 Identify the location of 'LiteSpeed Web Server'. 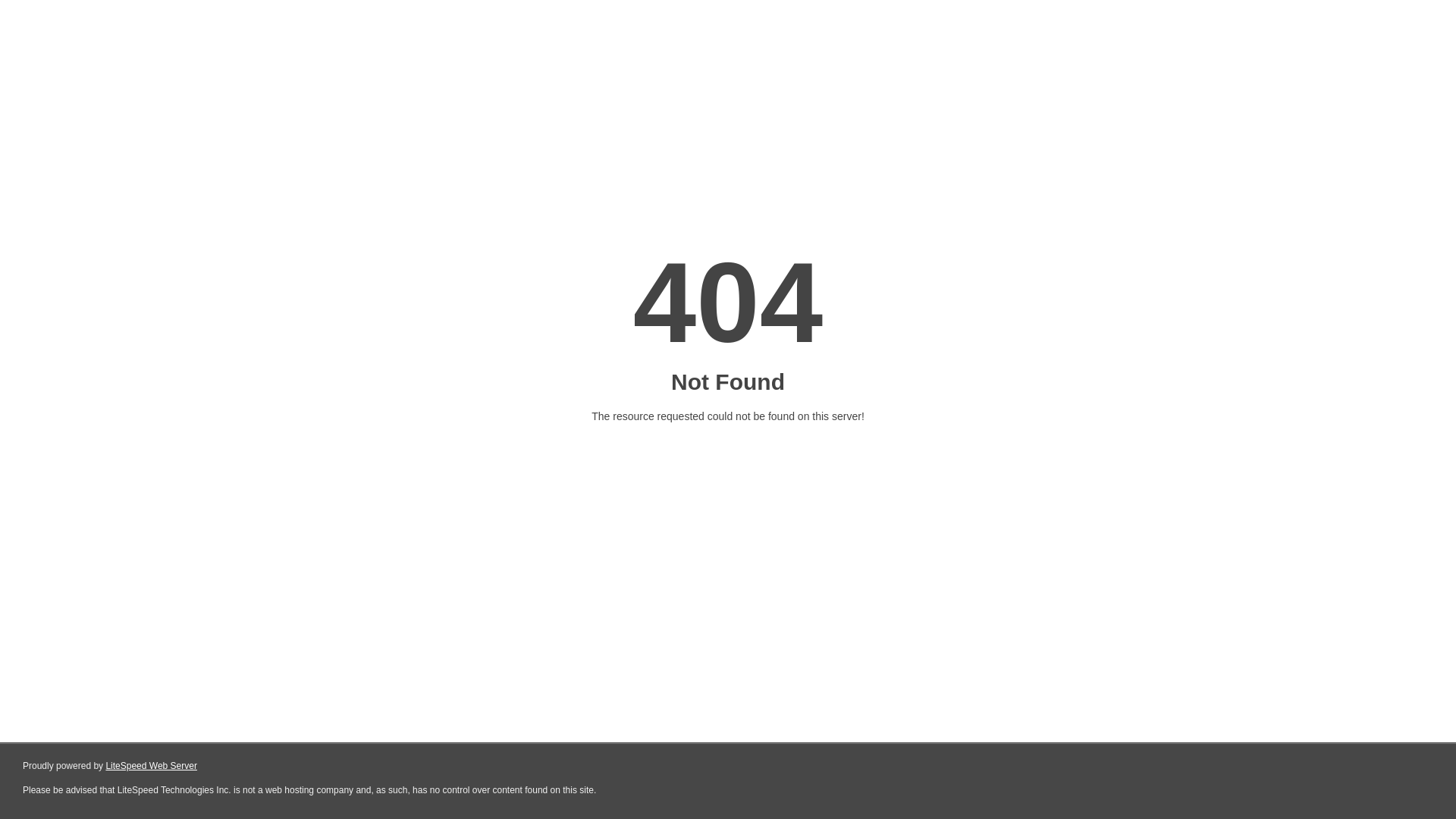
(151, 766).